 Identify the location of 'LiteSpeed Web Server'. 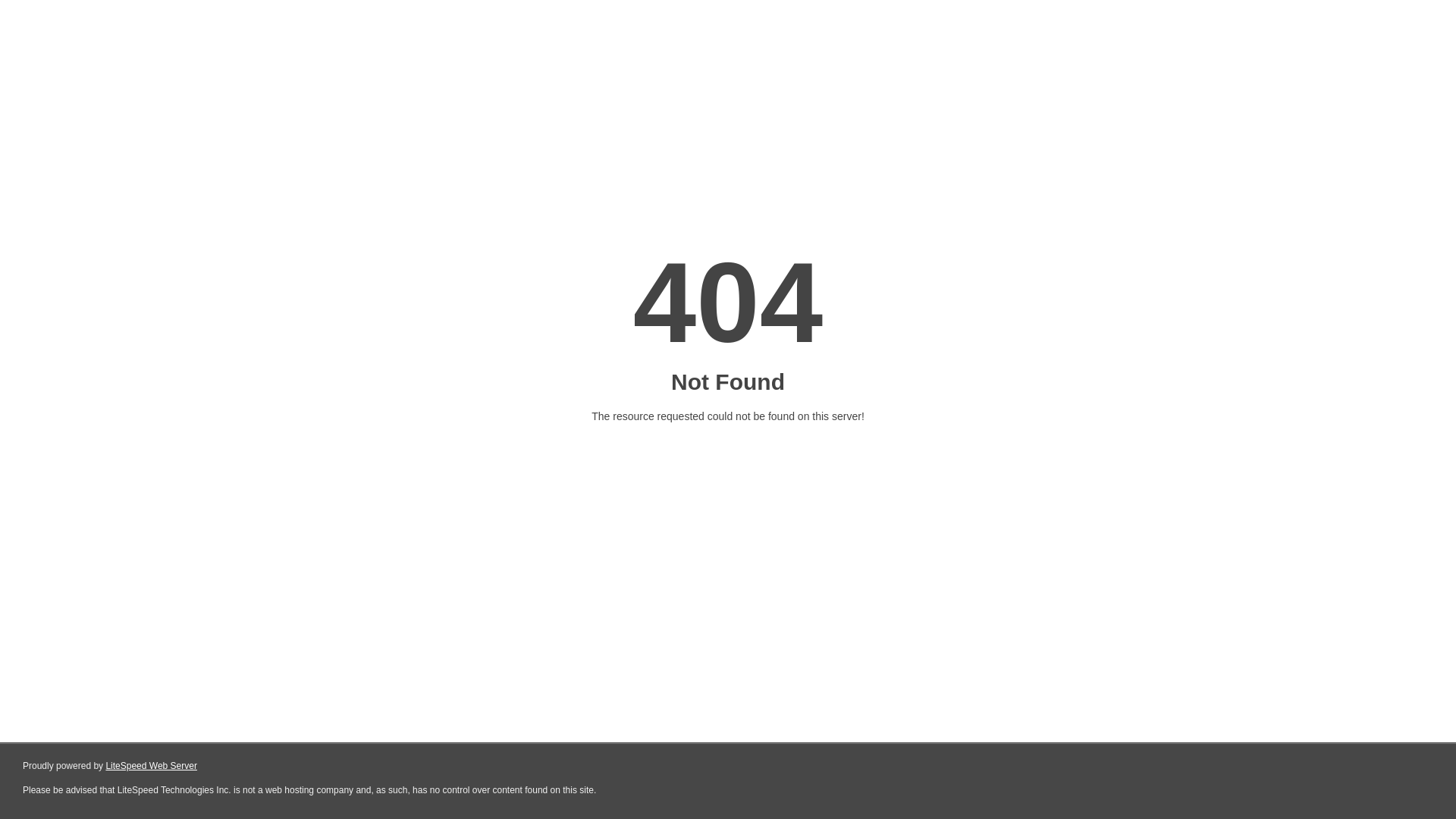
(151, 766).